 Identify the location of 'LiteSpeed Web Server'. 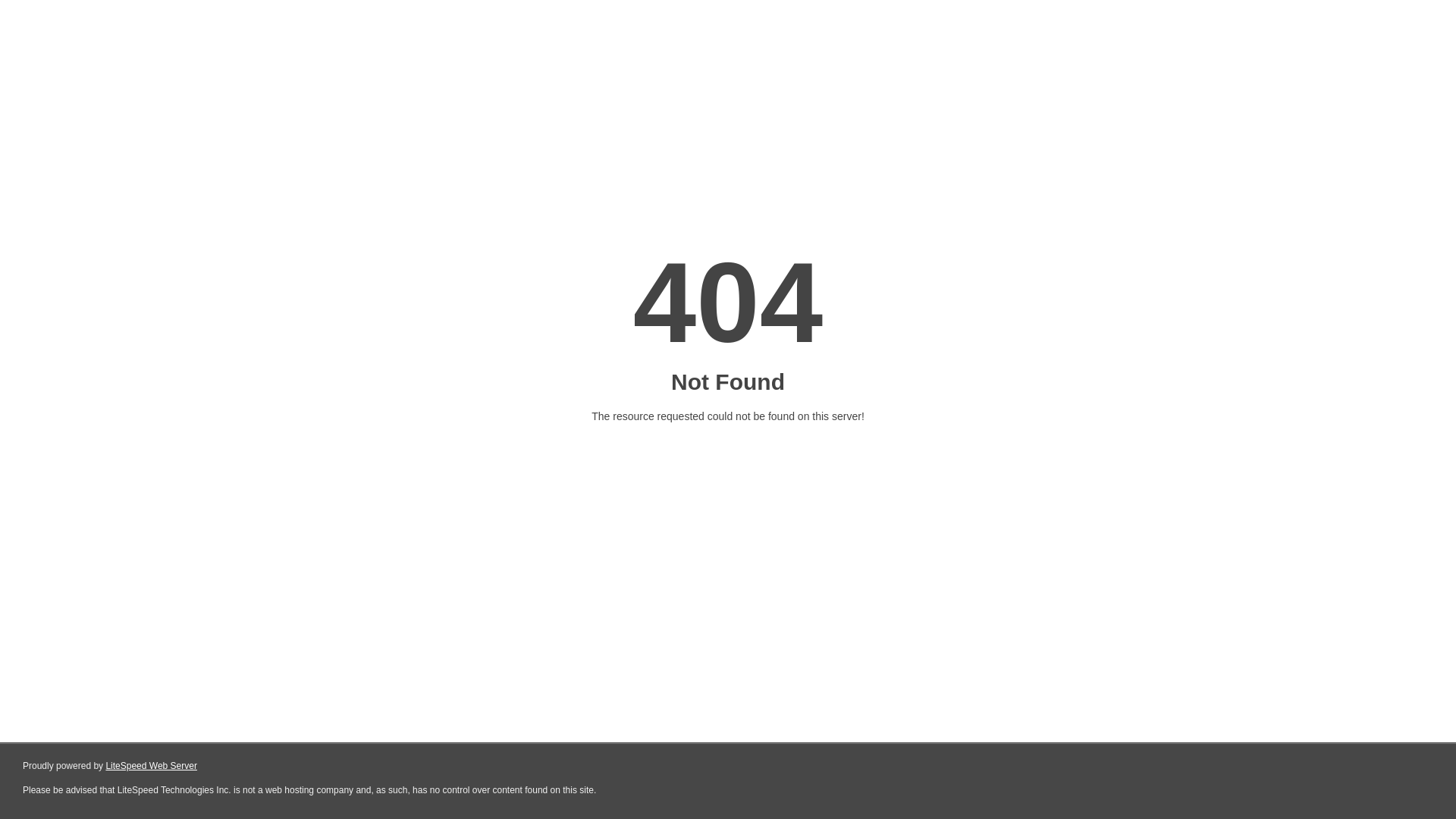
(151, 766).